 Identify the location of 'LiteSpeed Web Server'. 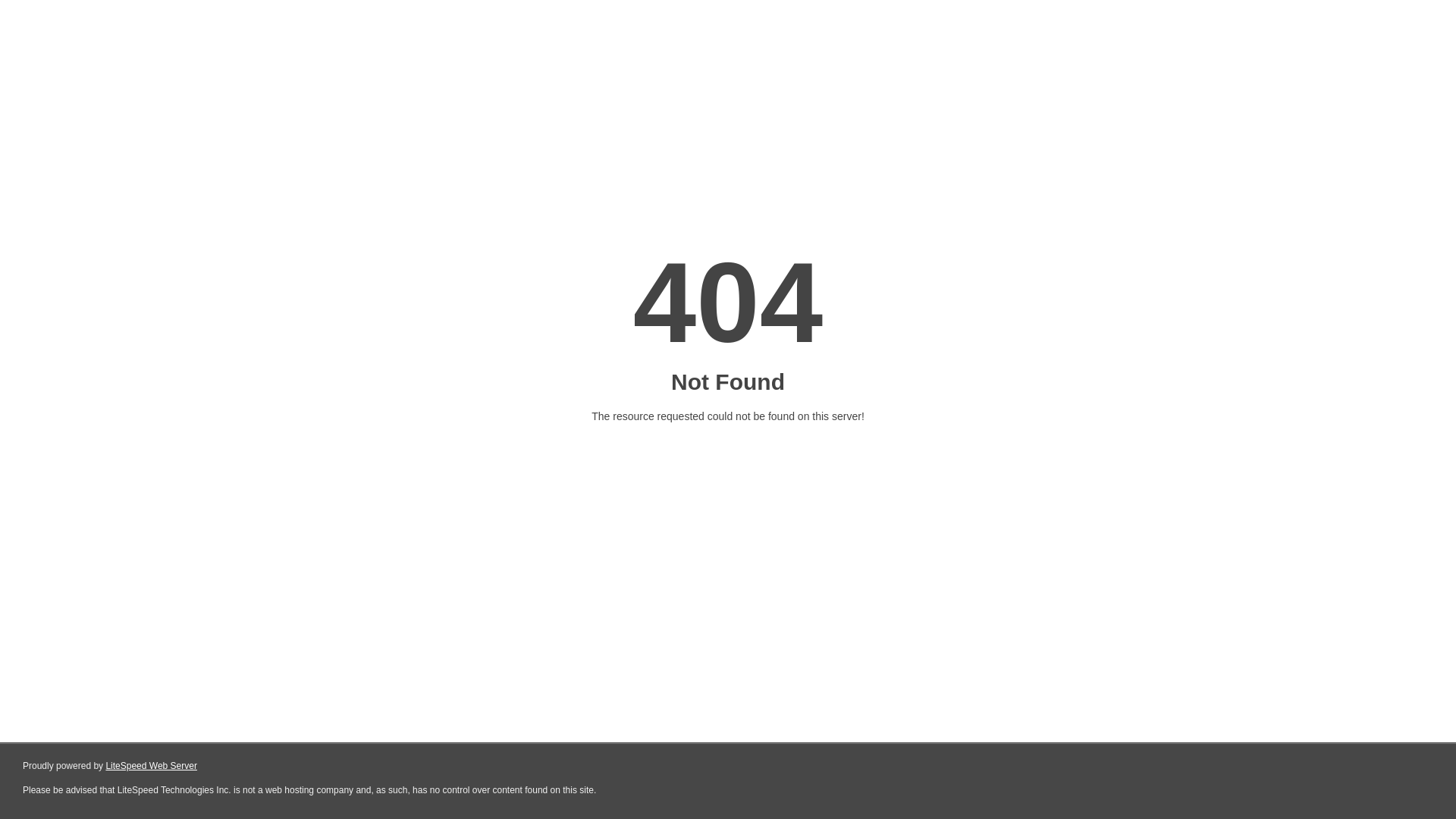
(151, 766).